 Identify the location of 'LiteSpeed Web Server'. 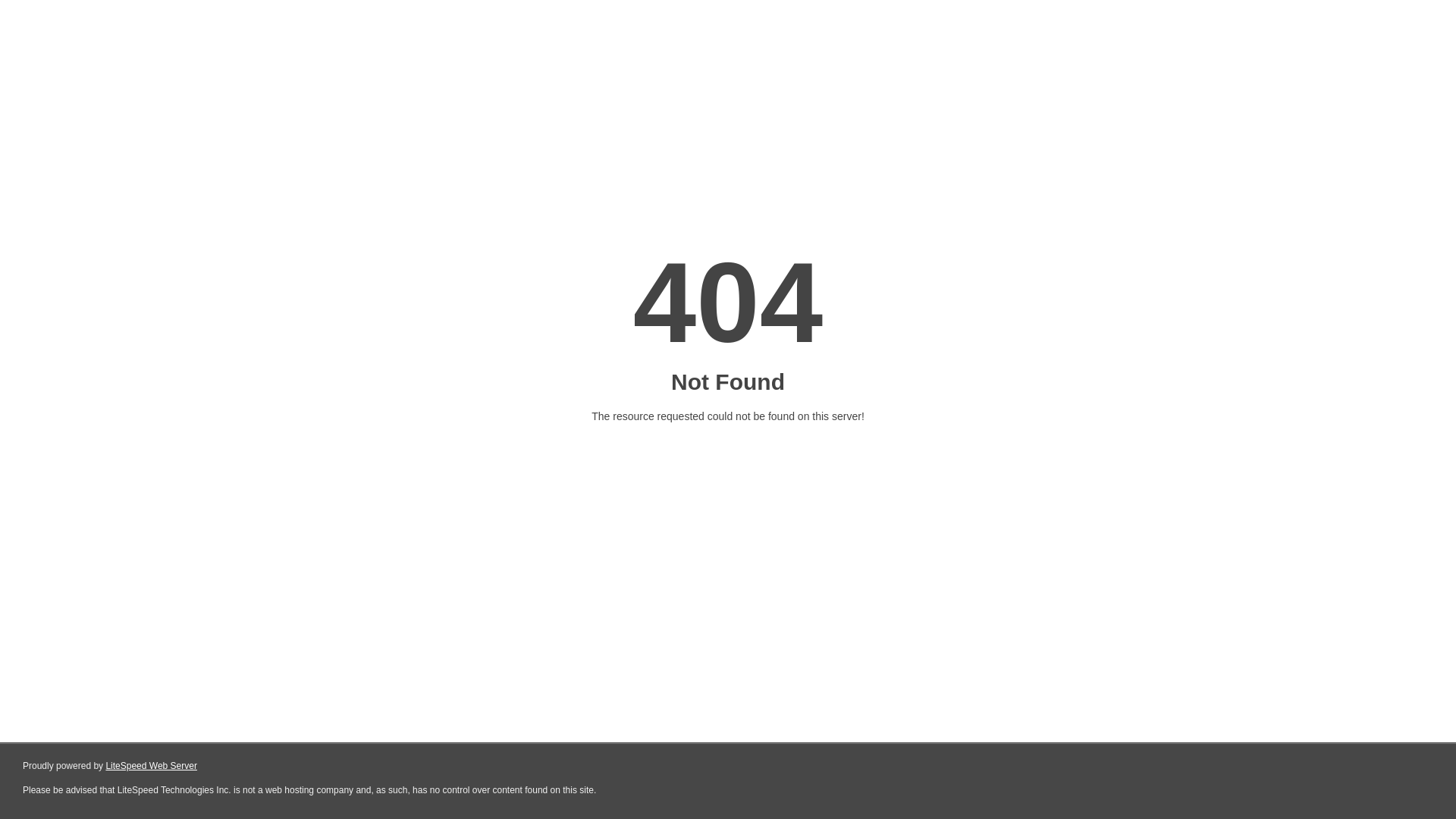
(151, 766).